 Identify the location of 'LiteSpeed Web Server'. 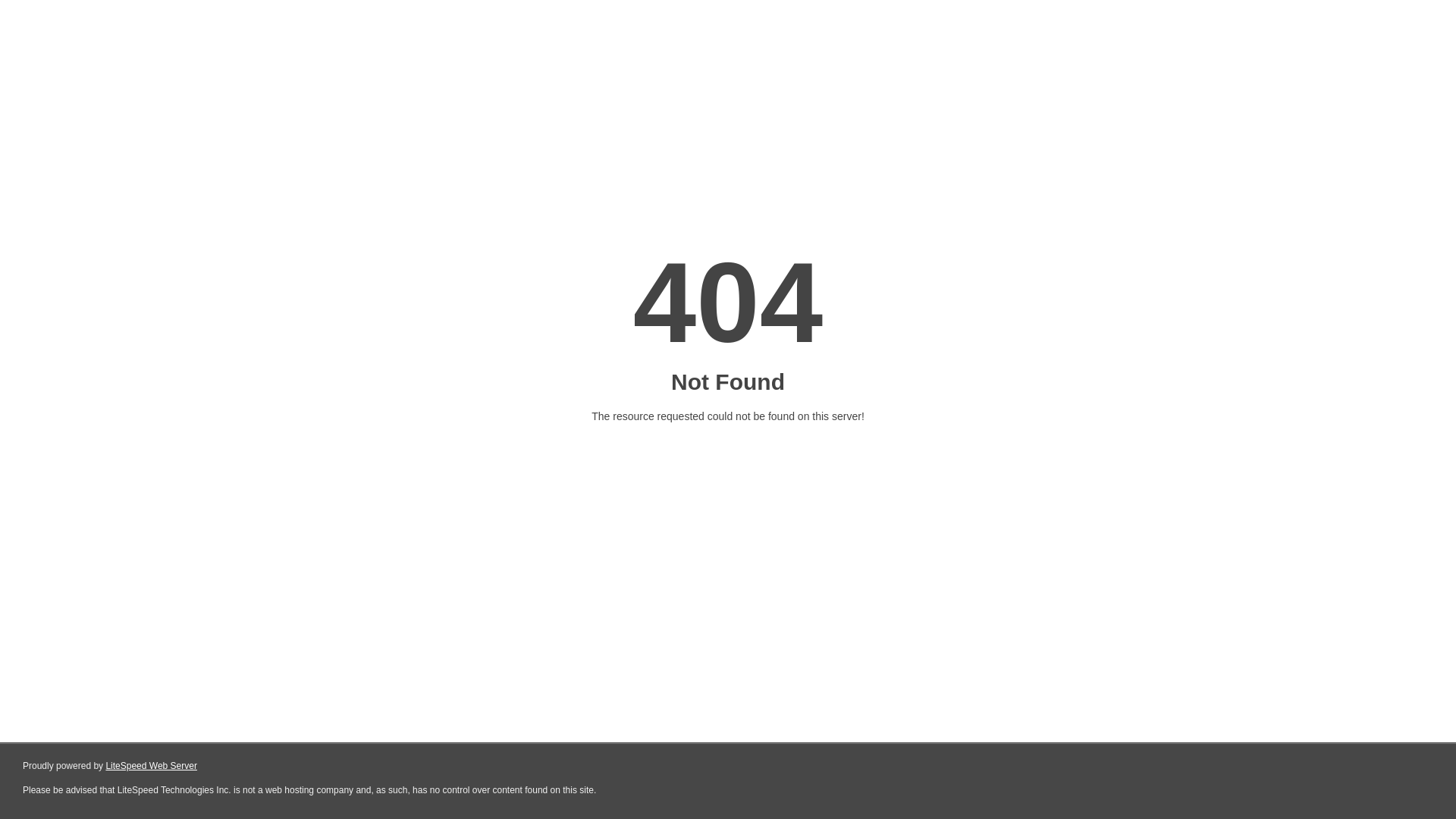
(151, 766).